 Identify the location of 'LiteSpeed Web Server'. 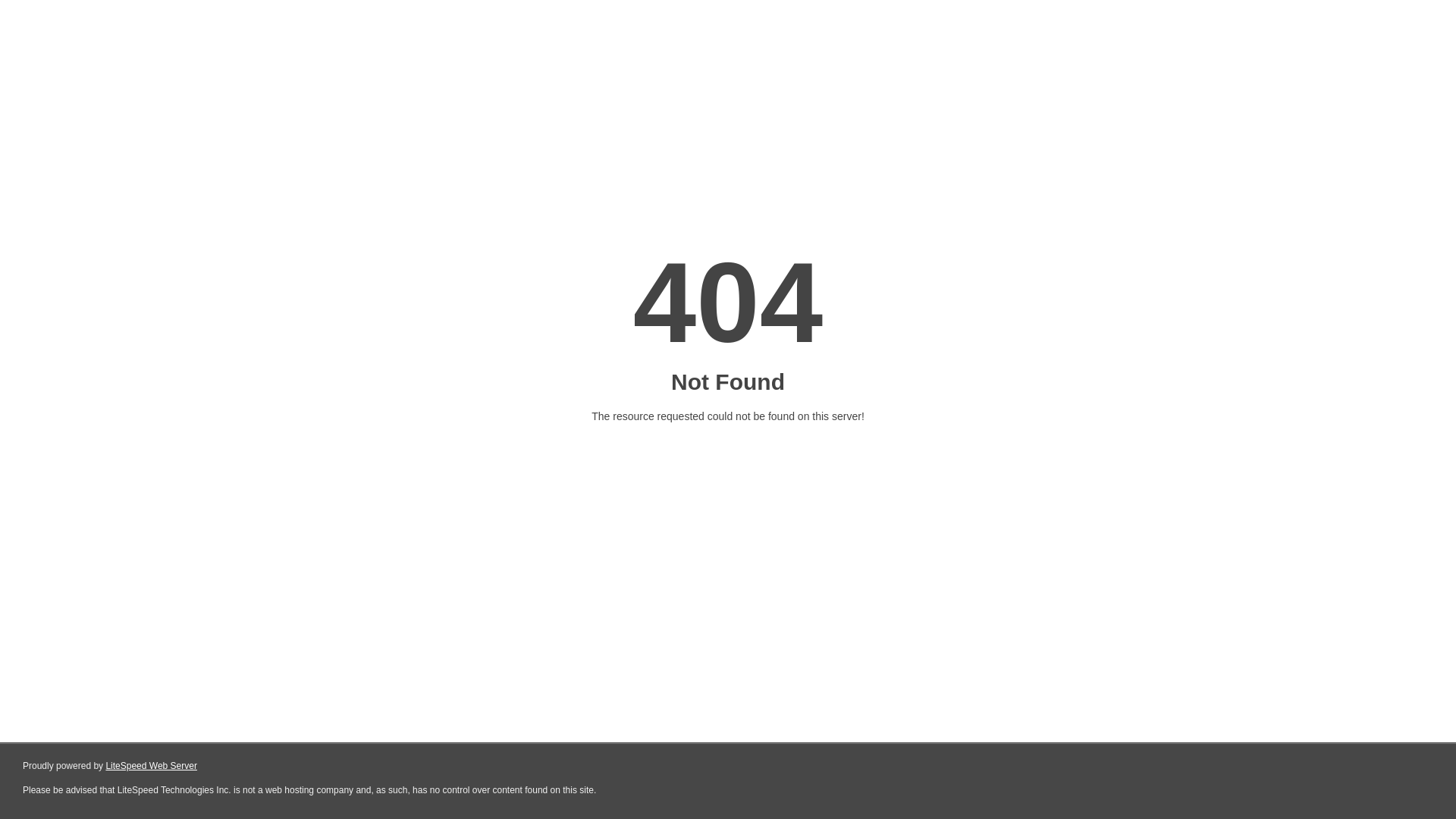
(151, 766).